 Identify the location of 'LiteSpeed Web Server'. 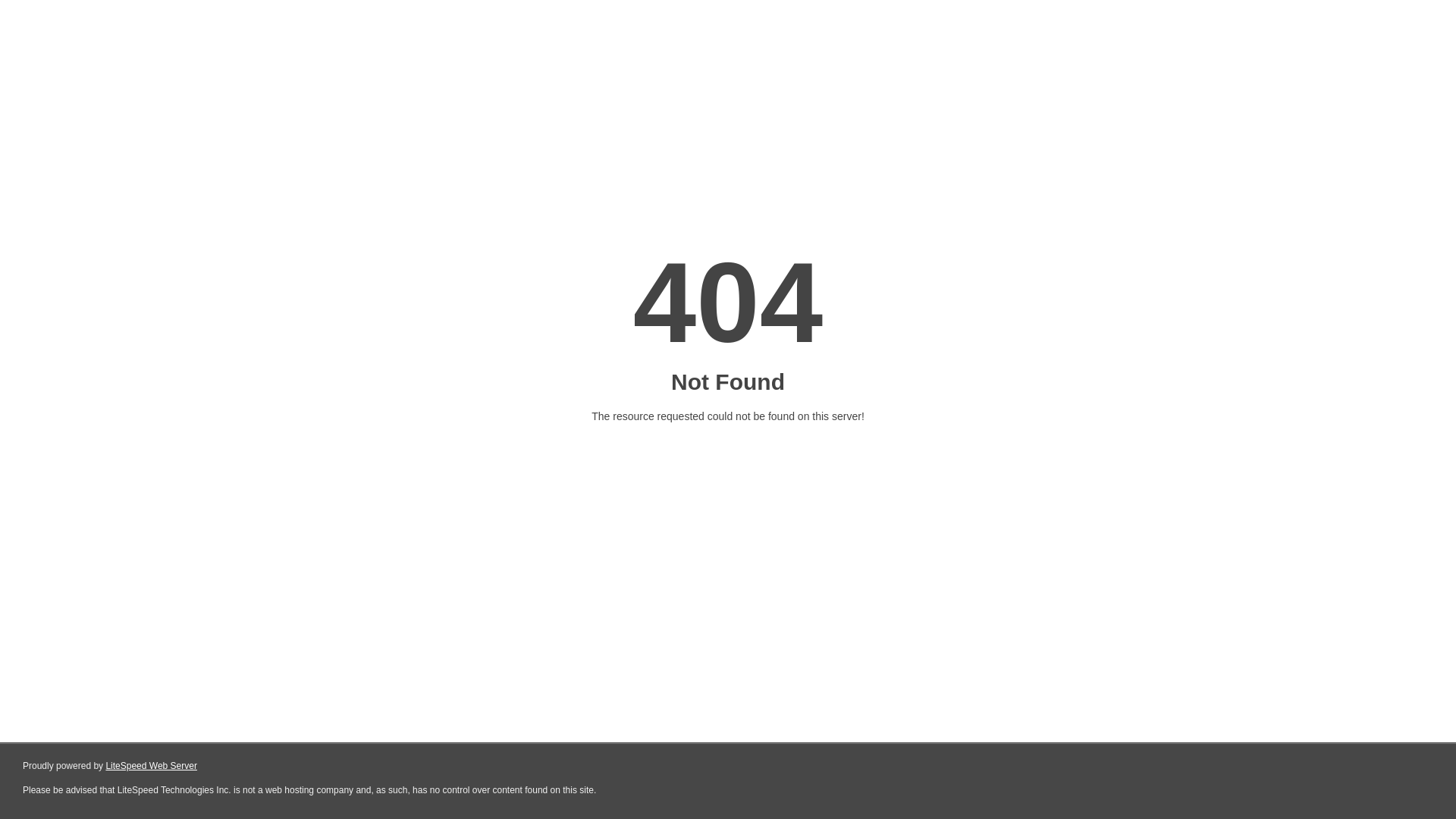
(151, 766).